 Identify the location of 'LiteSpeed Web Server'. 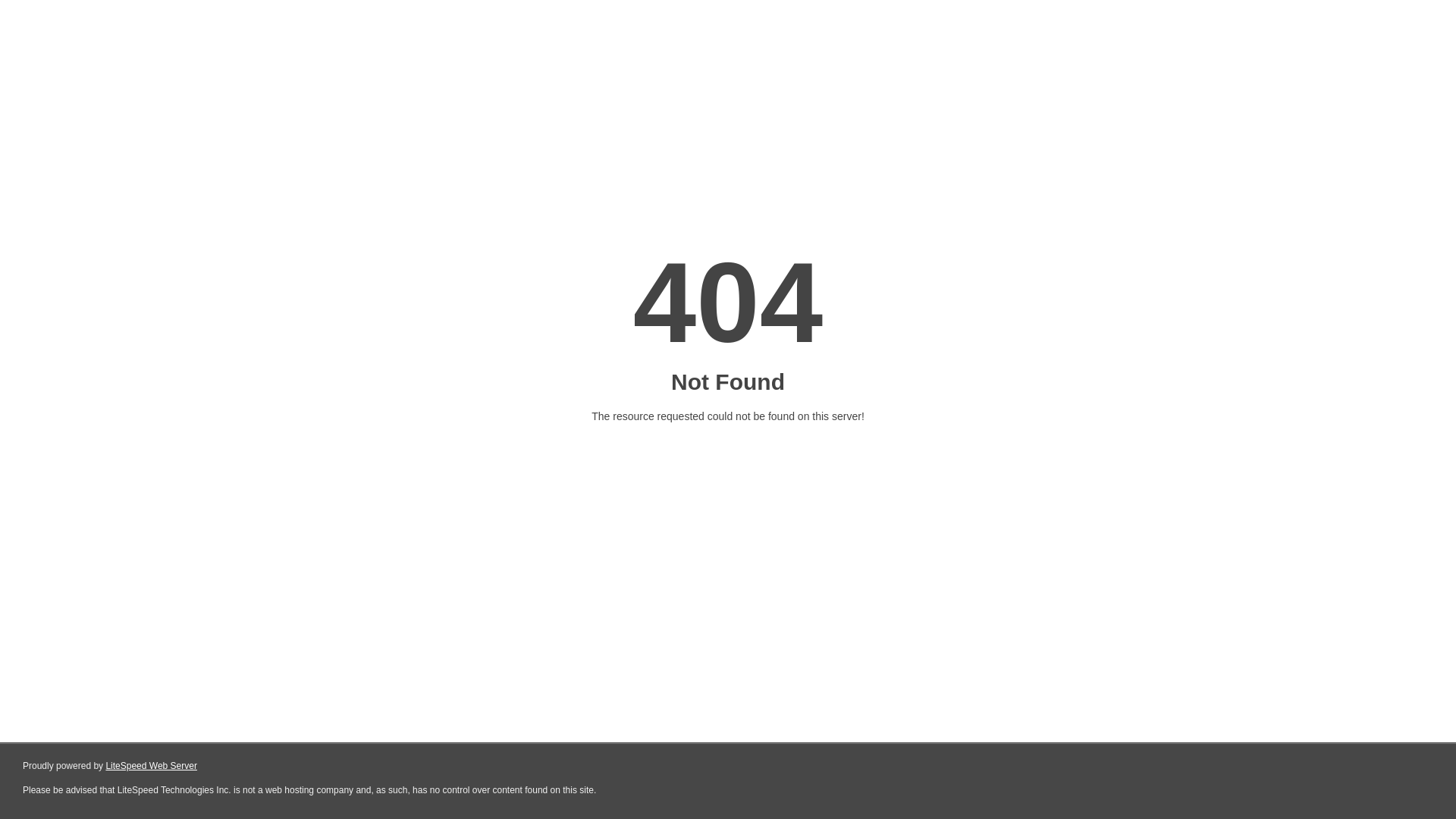
(151, 766).